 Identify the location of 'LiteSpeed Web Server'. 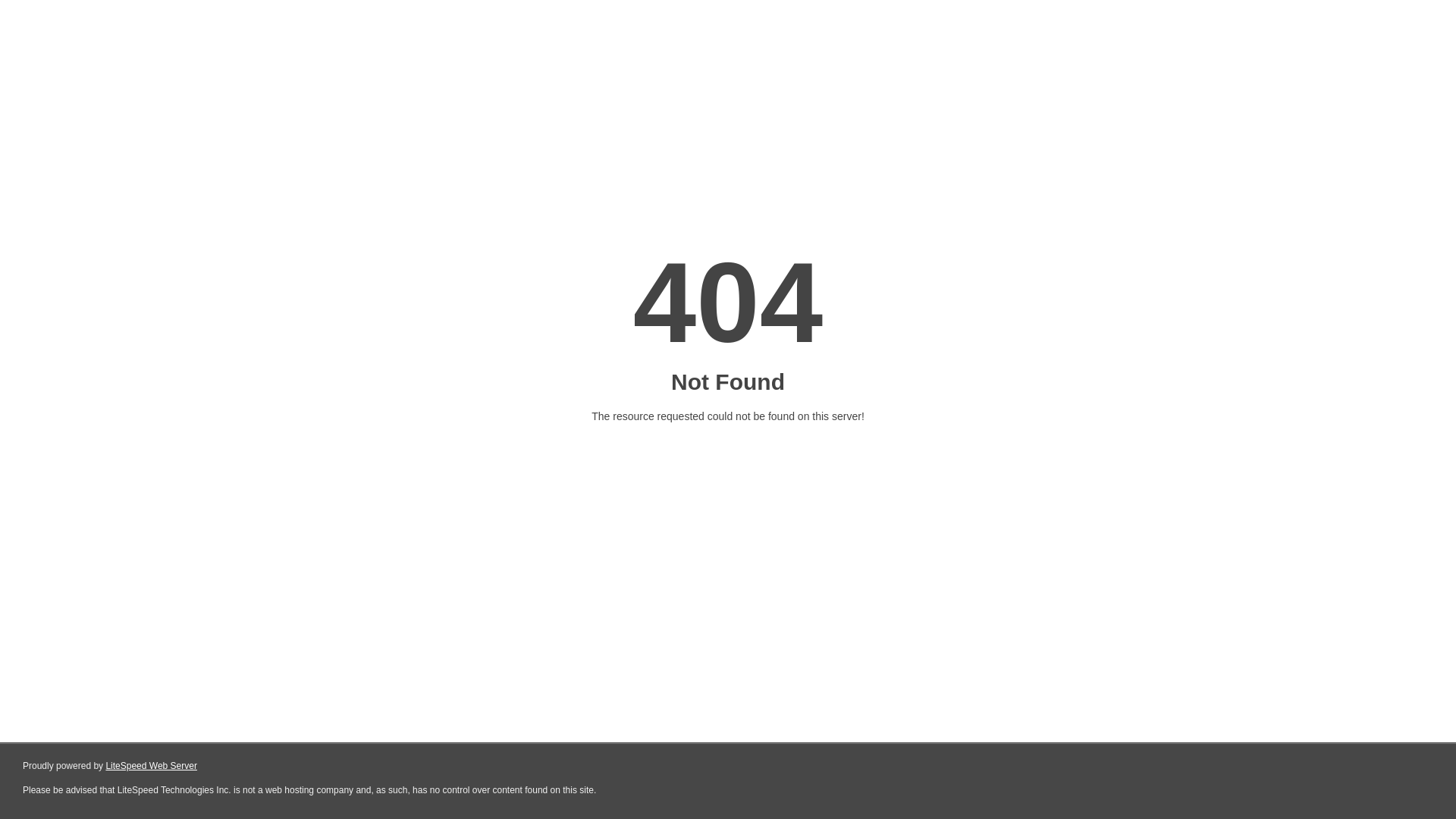
(151, 766).